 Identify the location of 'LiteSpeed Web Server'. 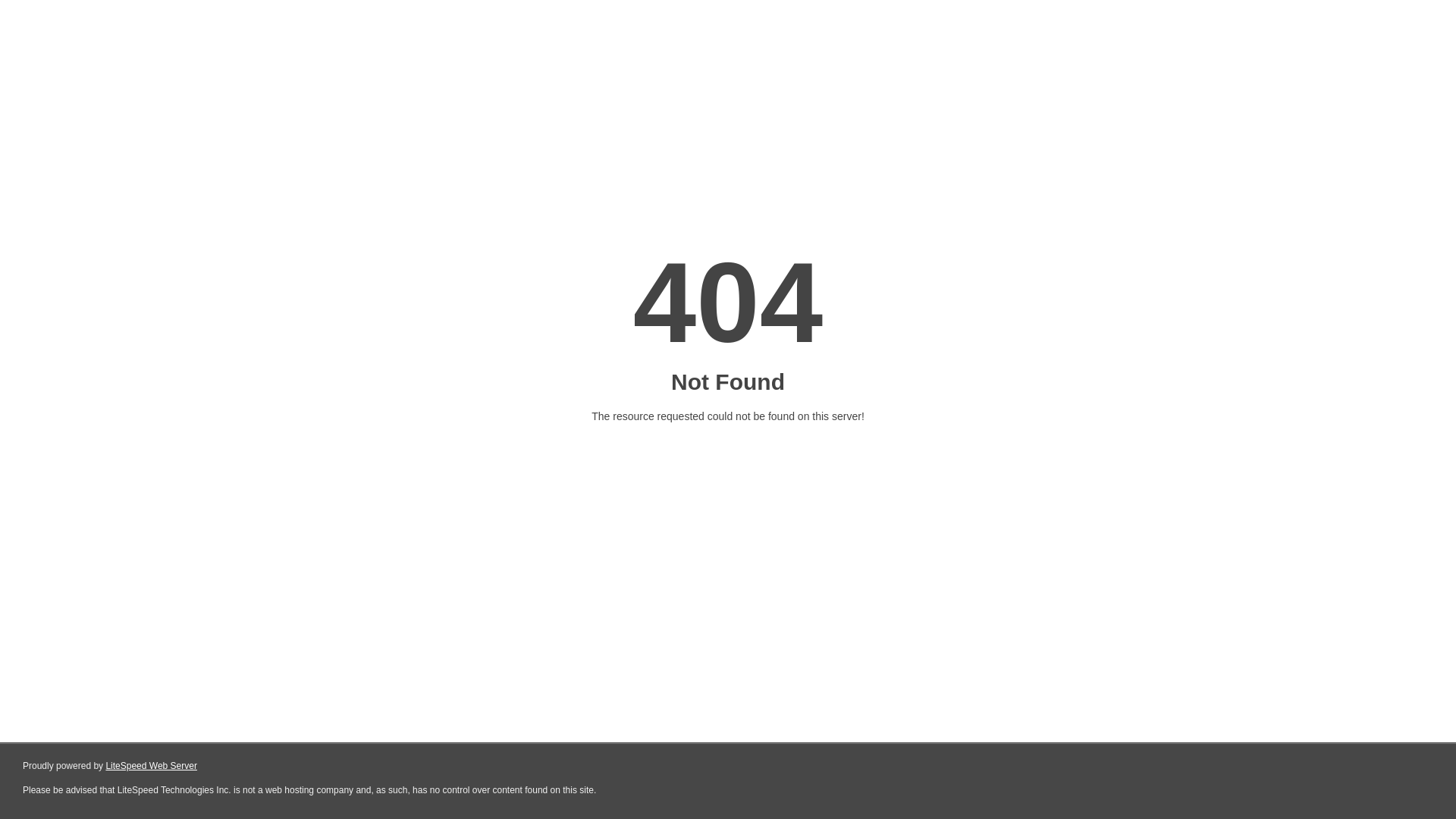
(151, 766).